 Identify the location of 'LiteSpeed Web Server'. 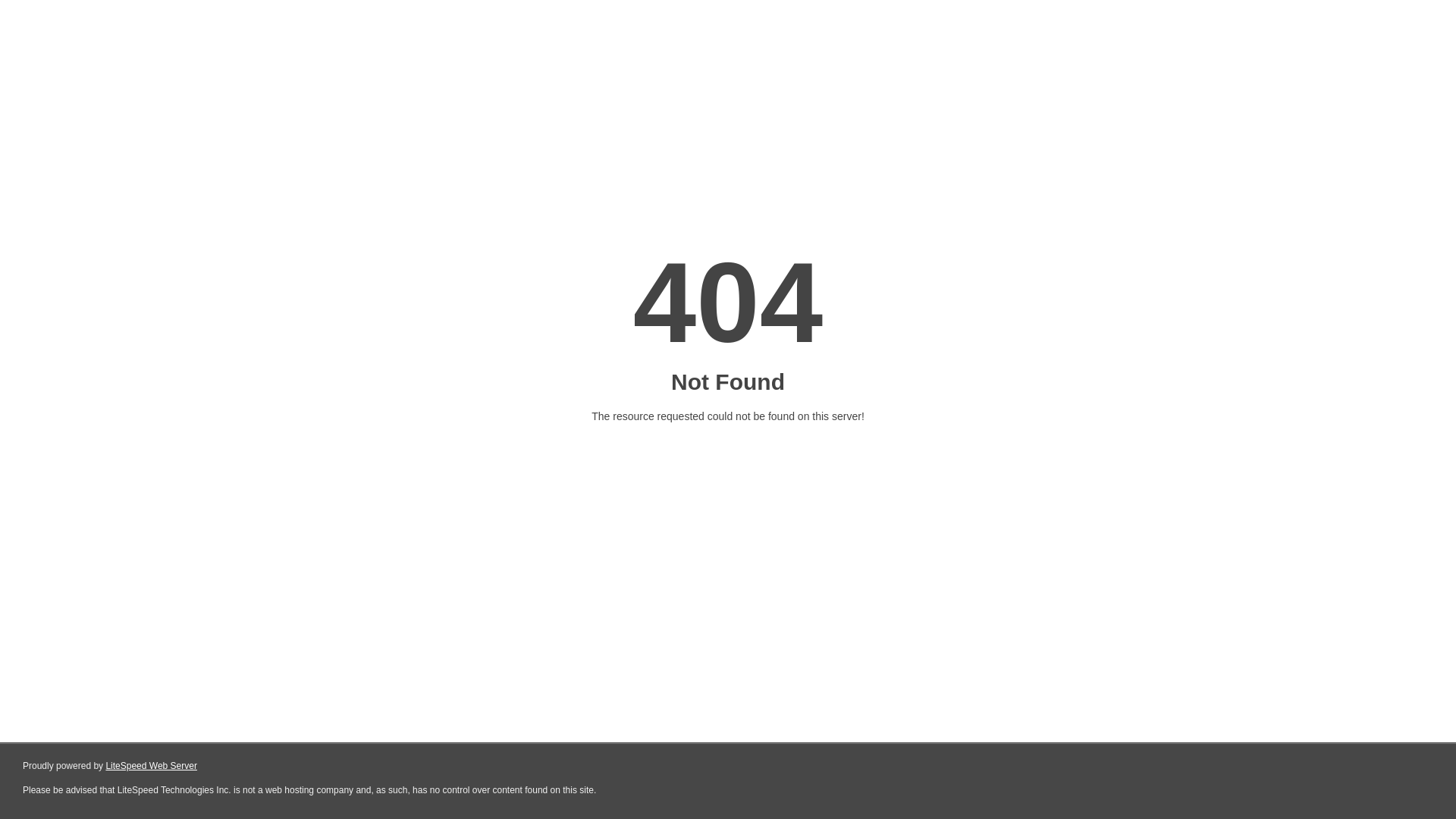
(151, 766).